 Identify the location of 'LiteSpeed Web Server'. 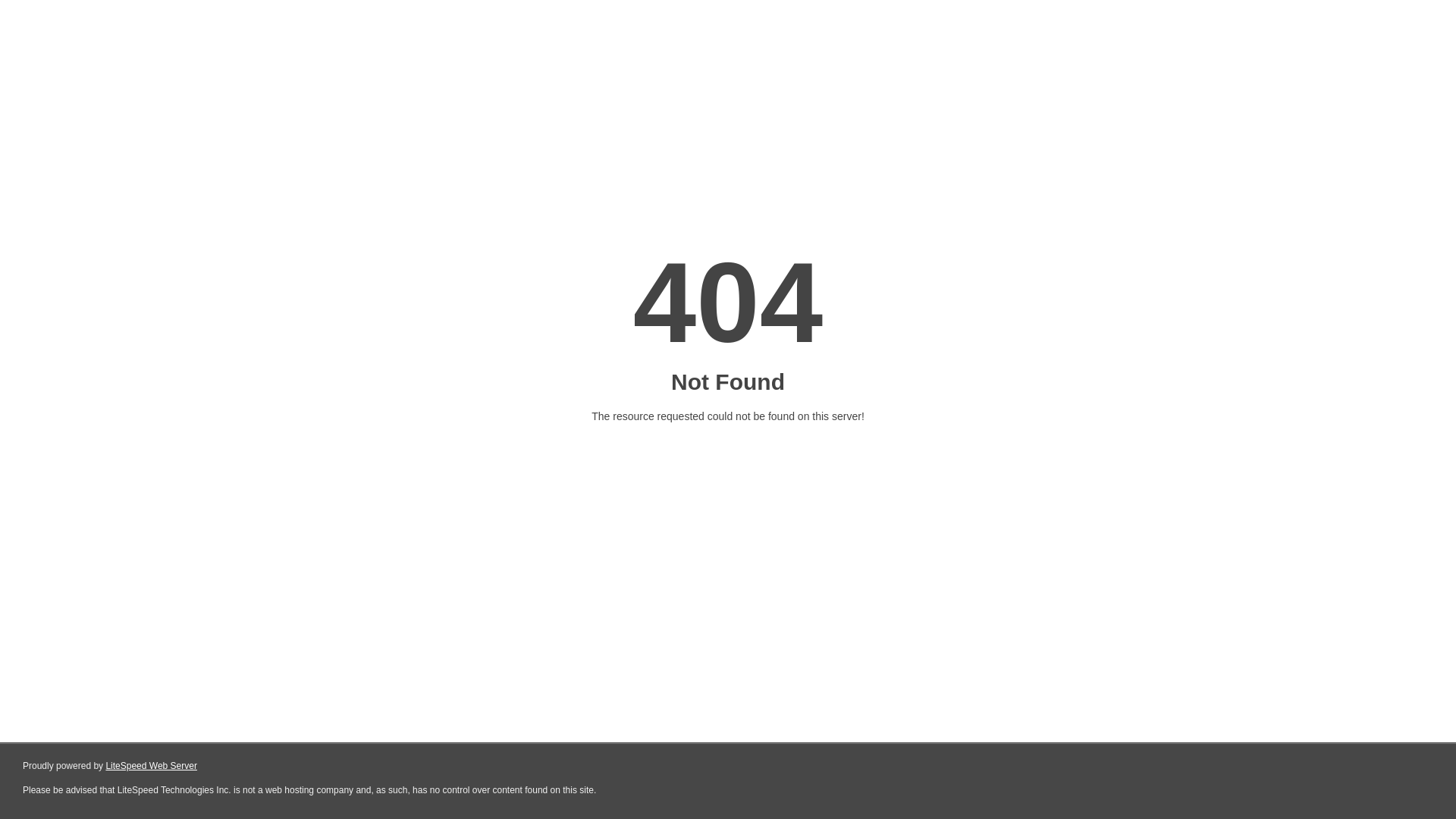
(151, 766).